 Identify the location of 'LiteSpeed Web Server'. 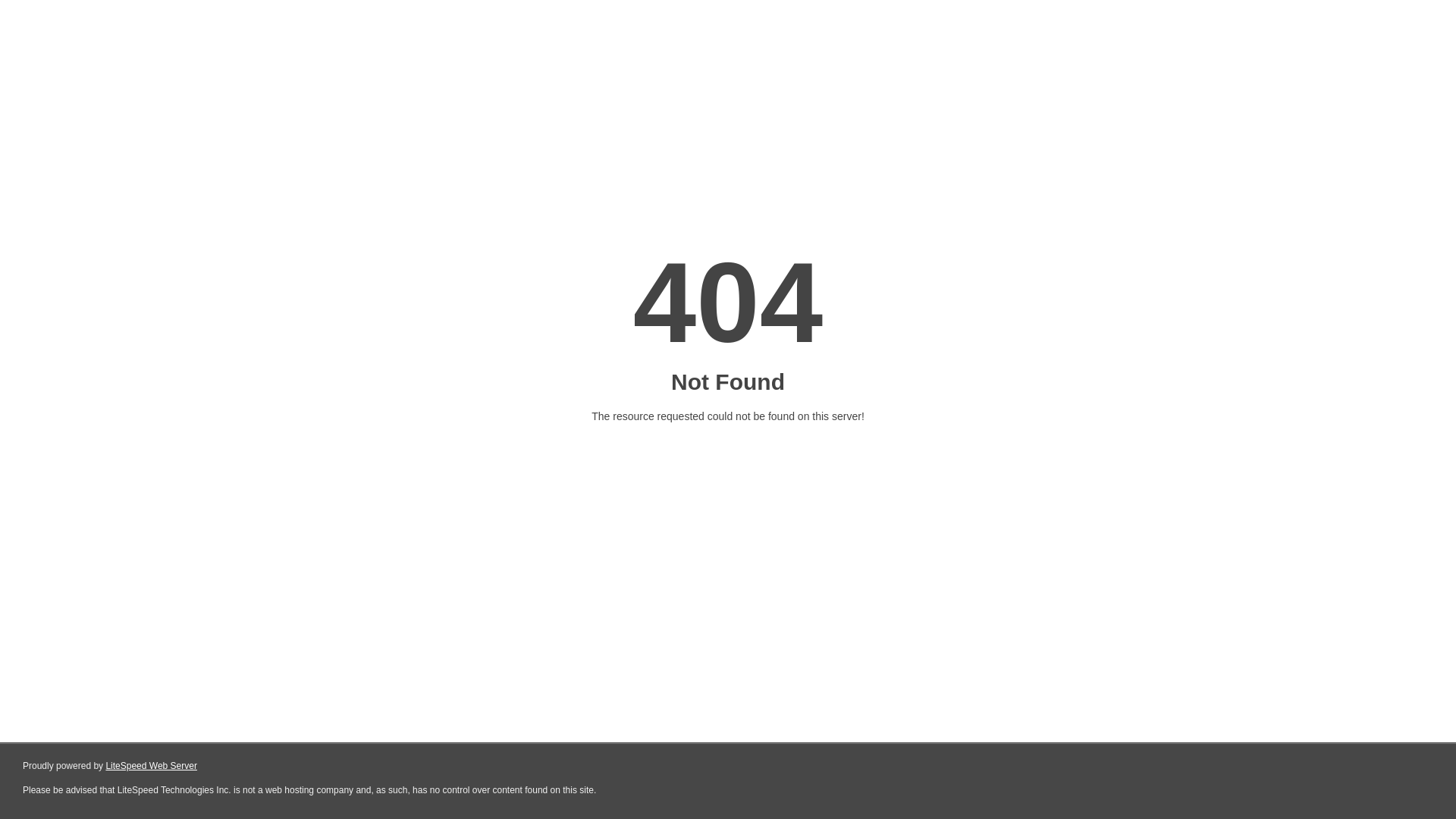
(151, 766).